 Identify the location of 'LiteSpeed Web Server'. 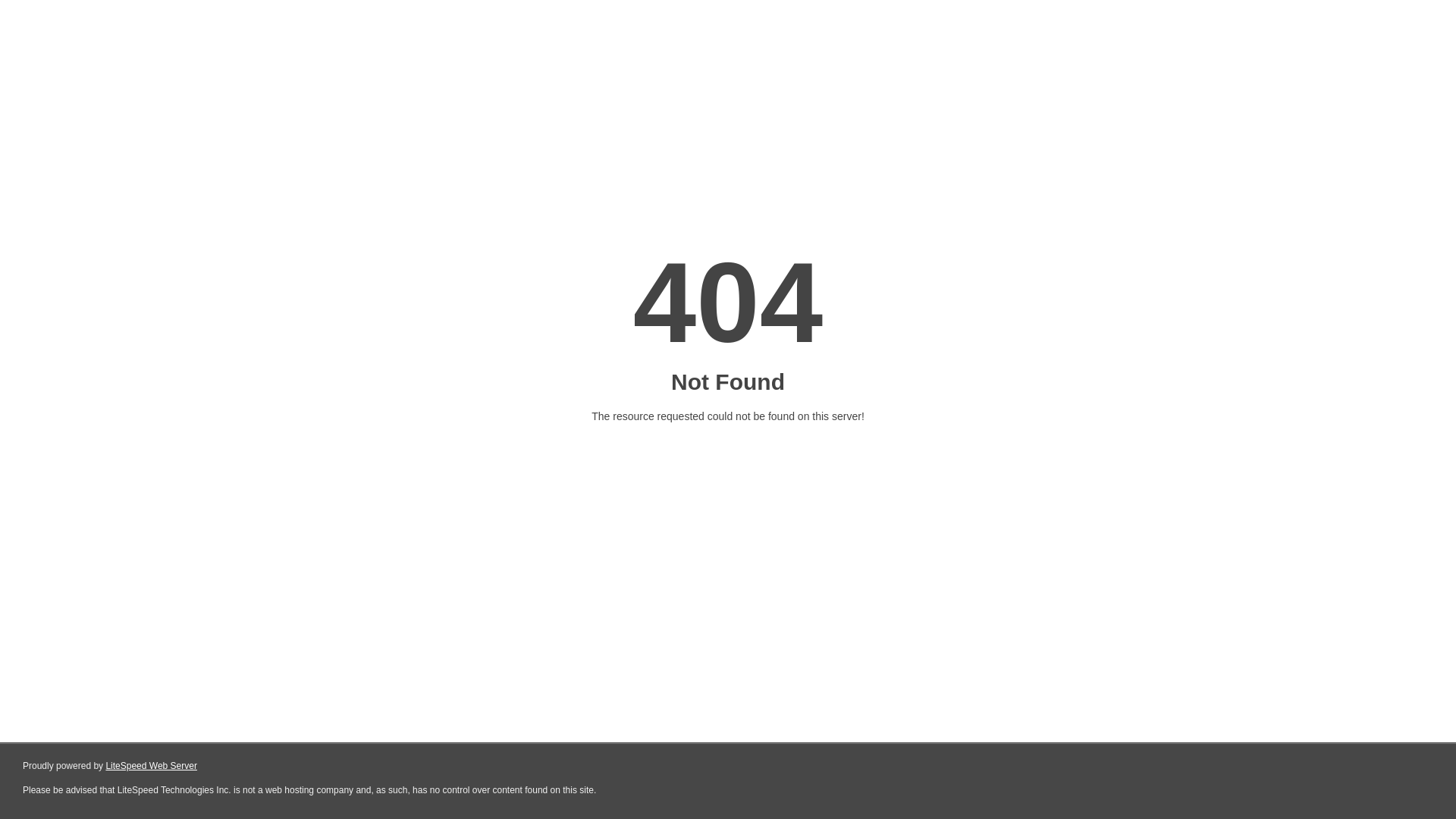
(151, 766).